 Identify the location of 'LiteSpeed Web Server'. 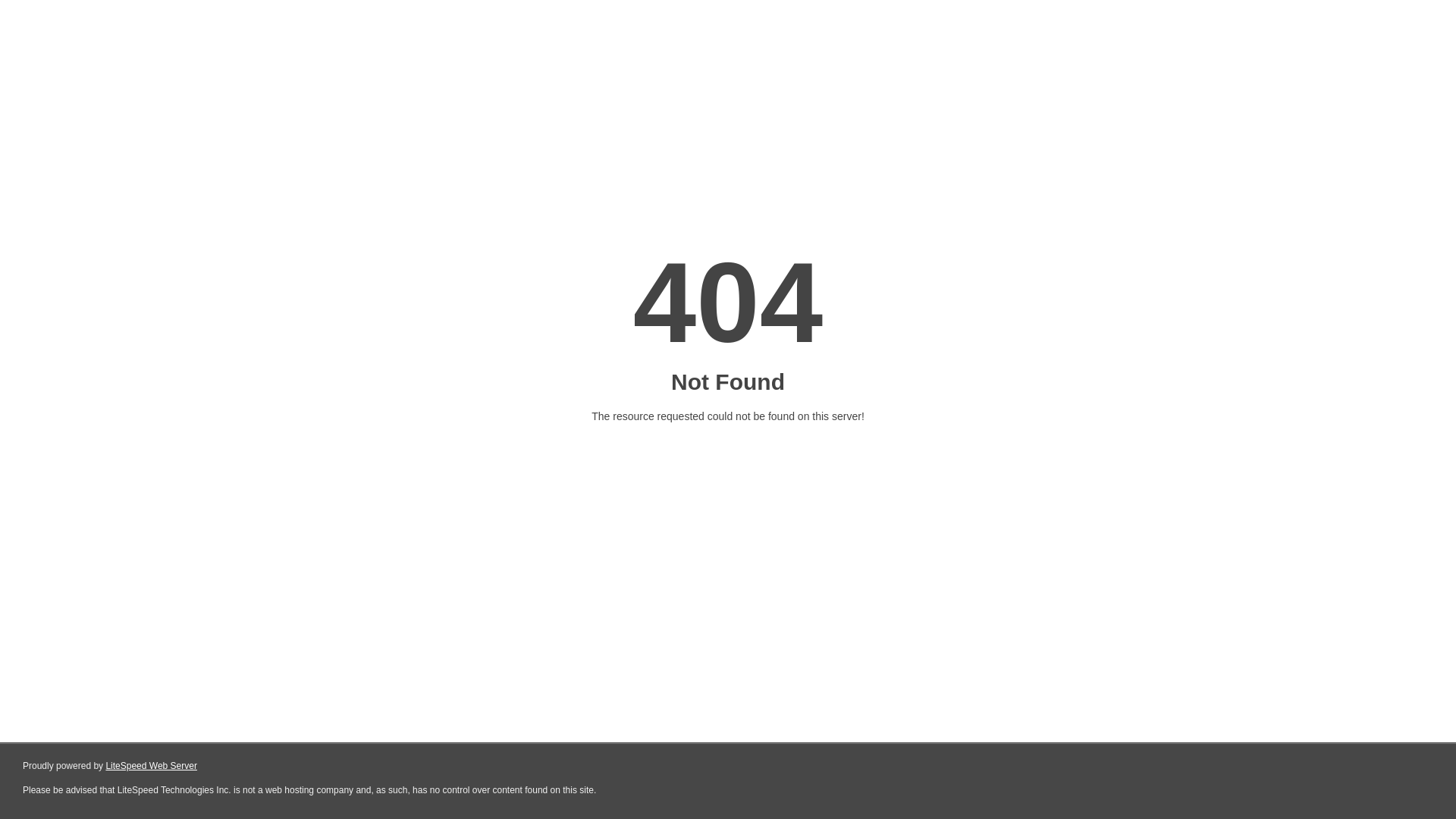
(151, 766).